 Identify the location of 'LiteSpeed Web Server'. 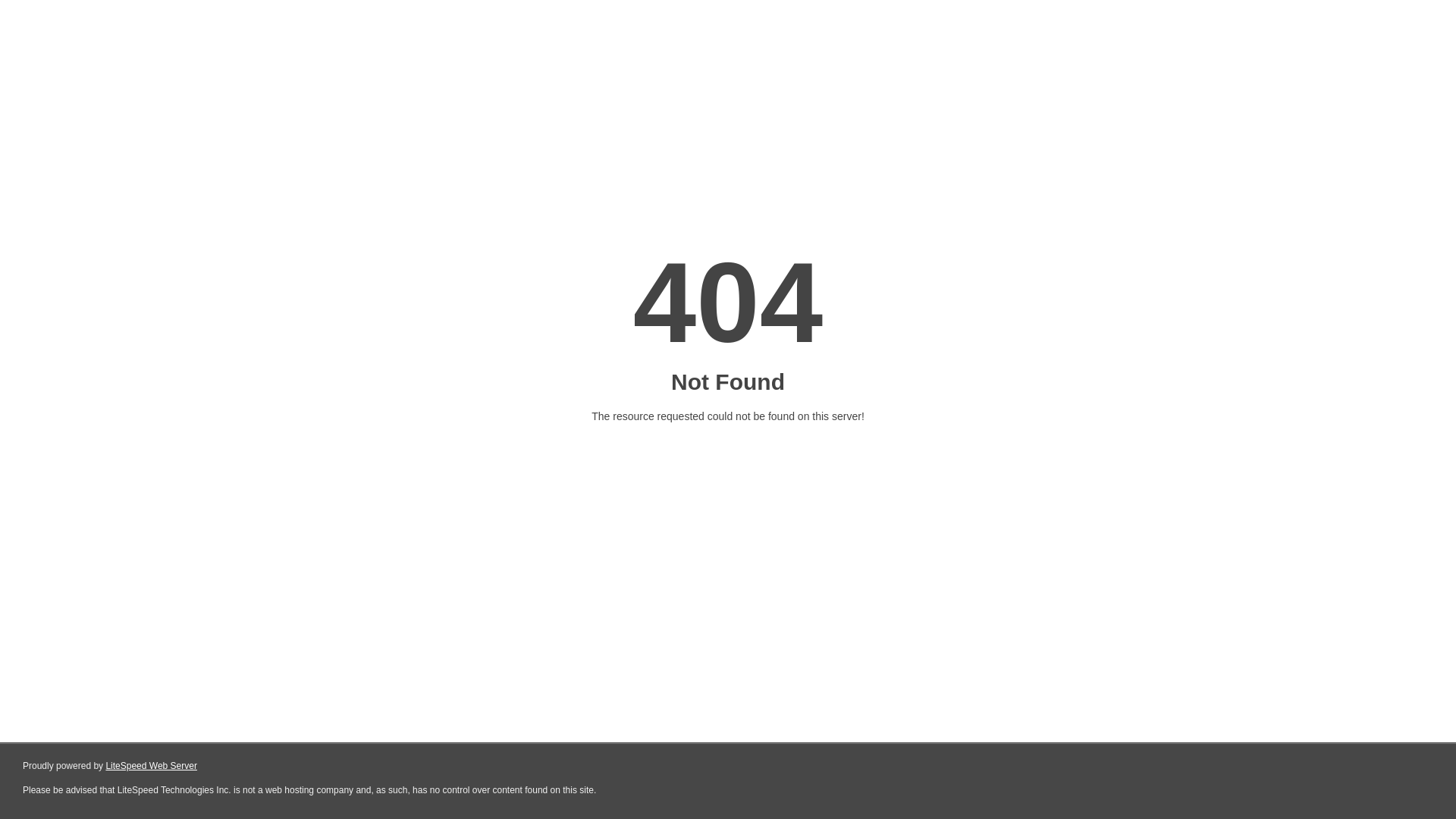
(151, 766).